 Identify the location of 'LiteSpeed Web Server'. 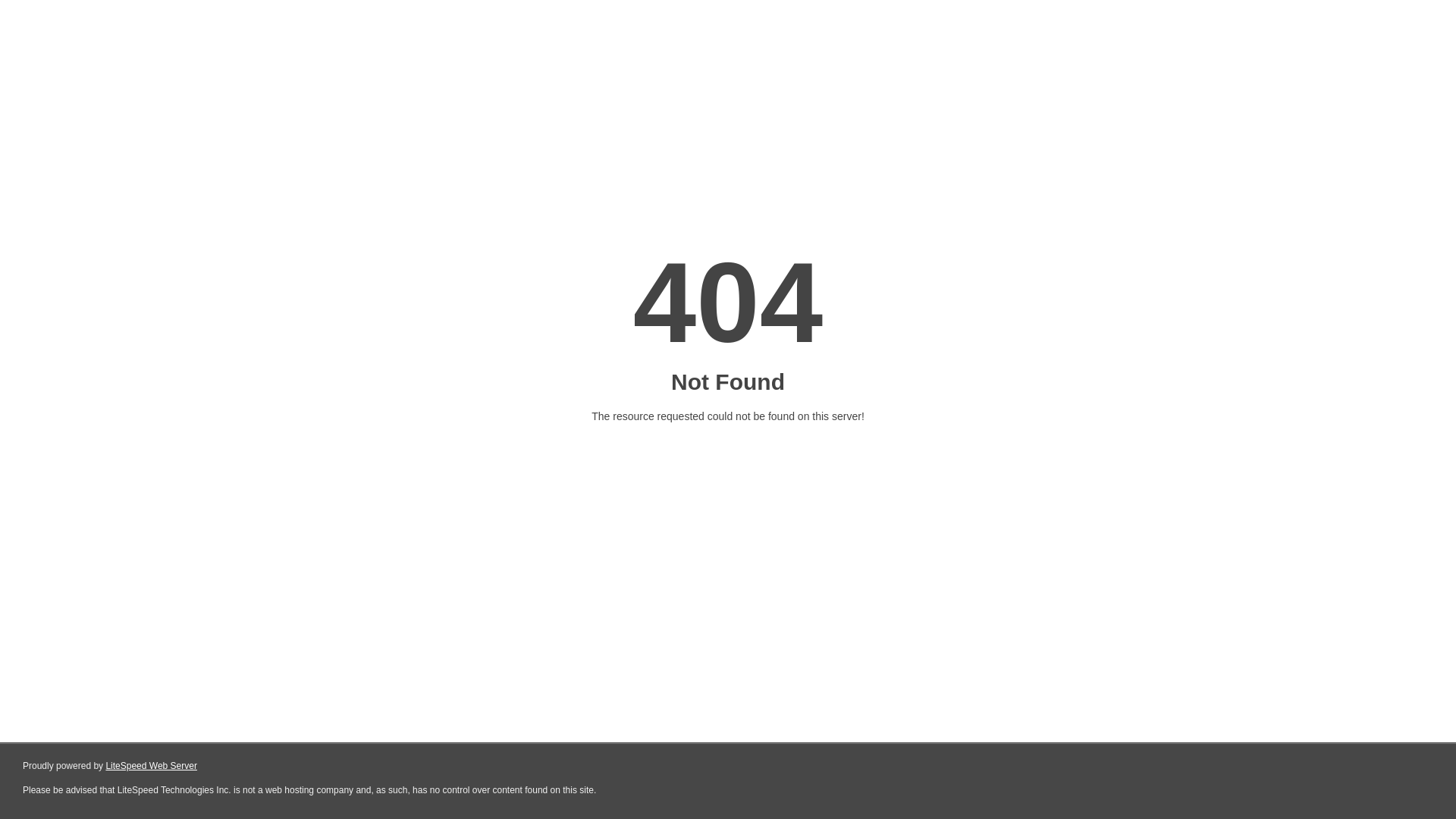
(151, 766).